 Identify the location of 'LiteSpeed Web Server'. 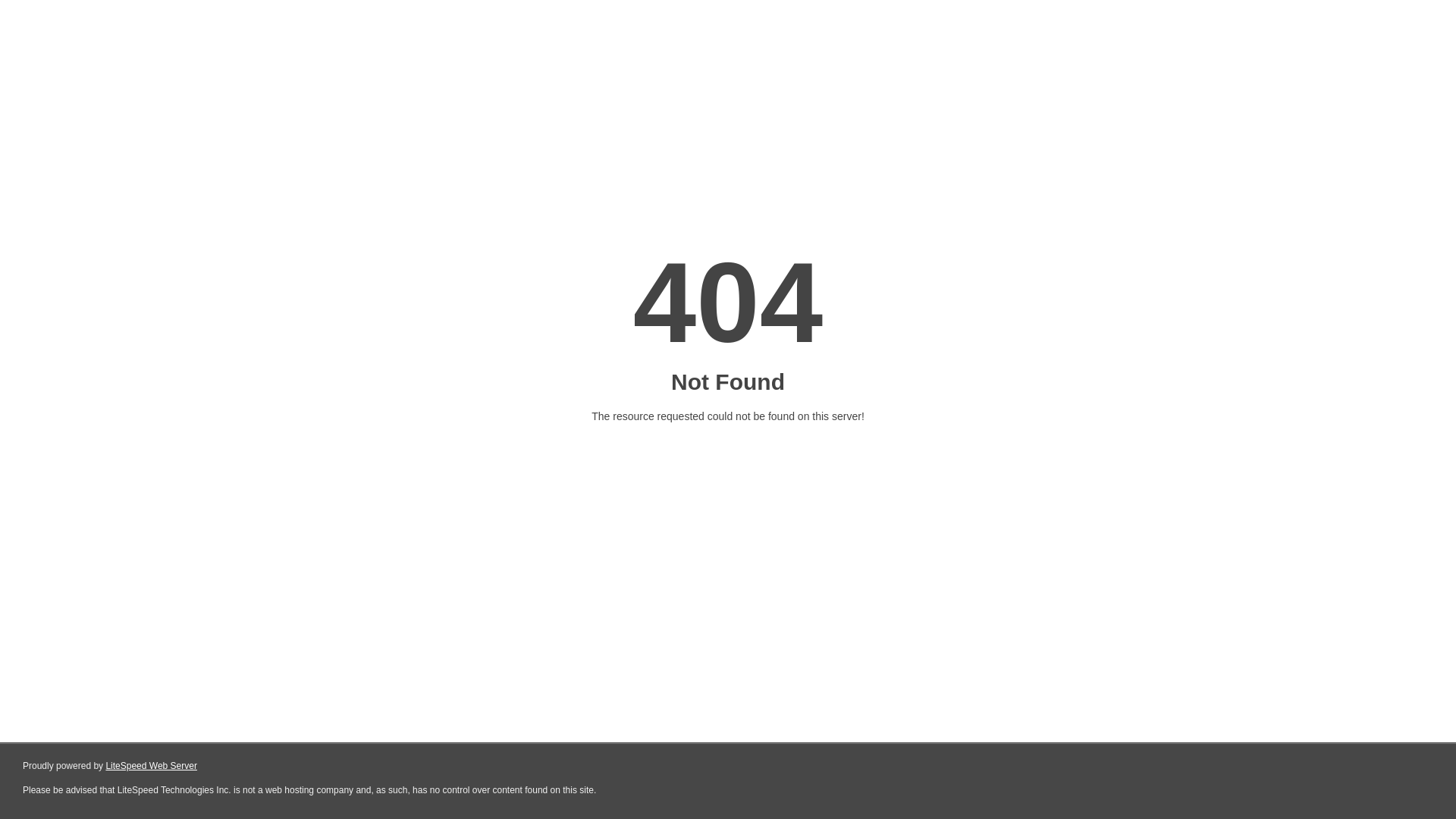
(151, 766).